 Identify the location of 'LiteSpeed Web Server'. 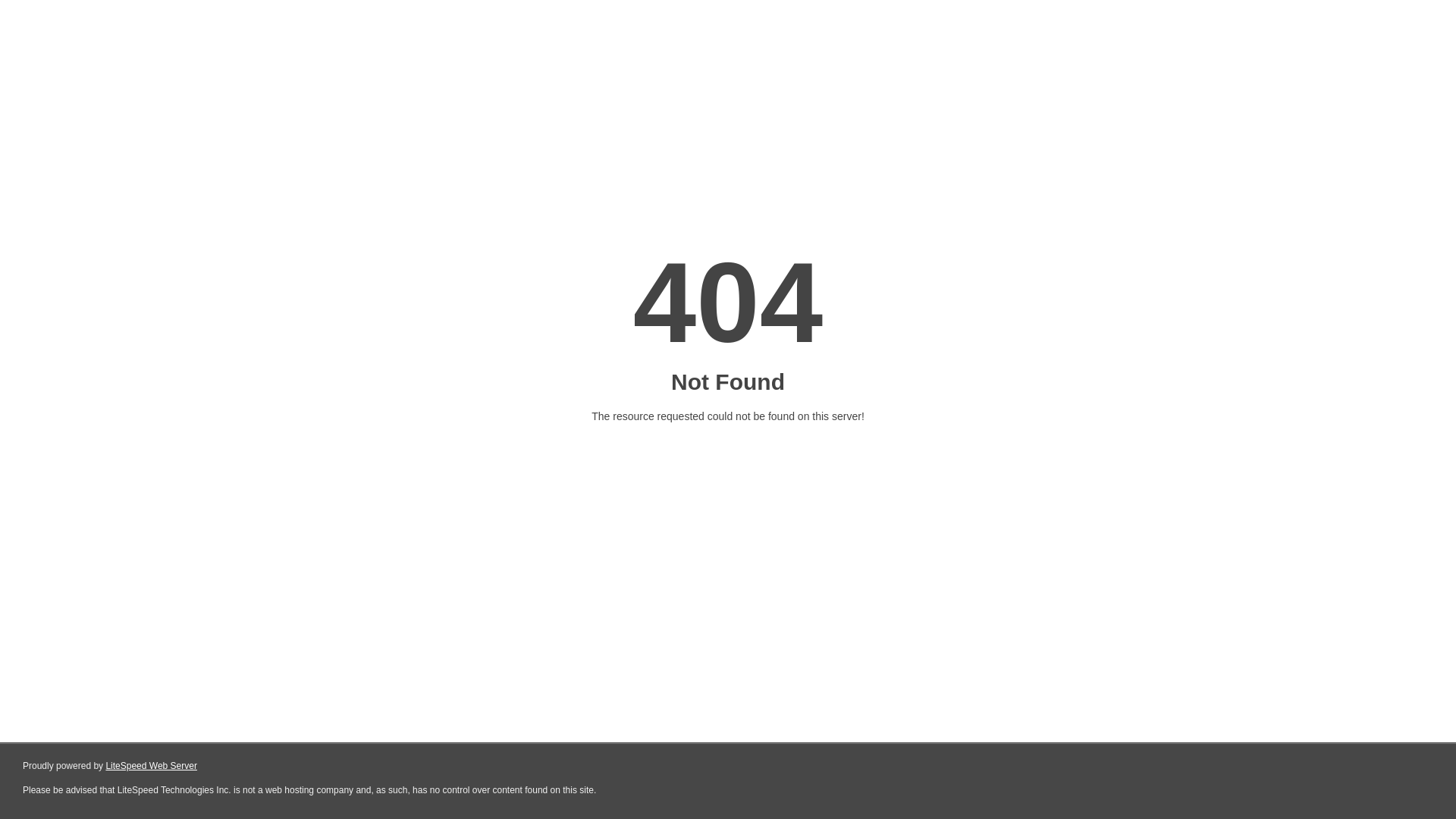
(151, 766).